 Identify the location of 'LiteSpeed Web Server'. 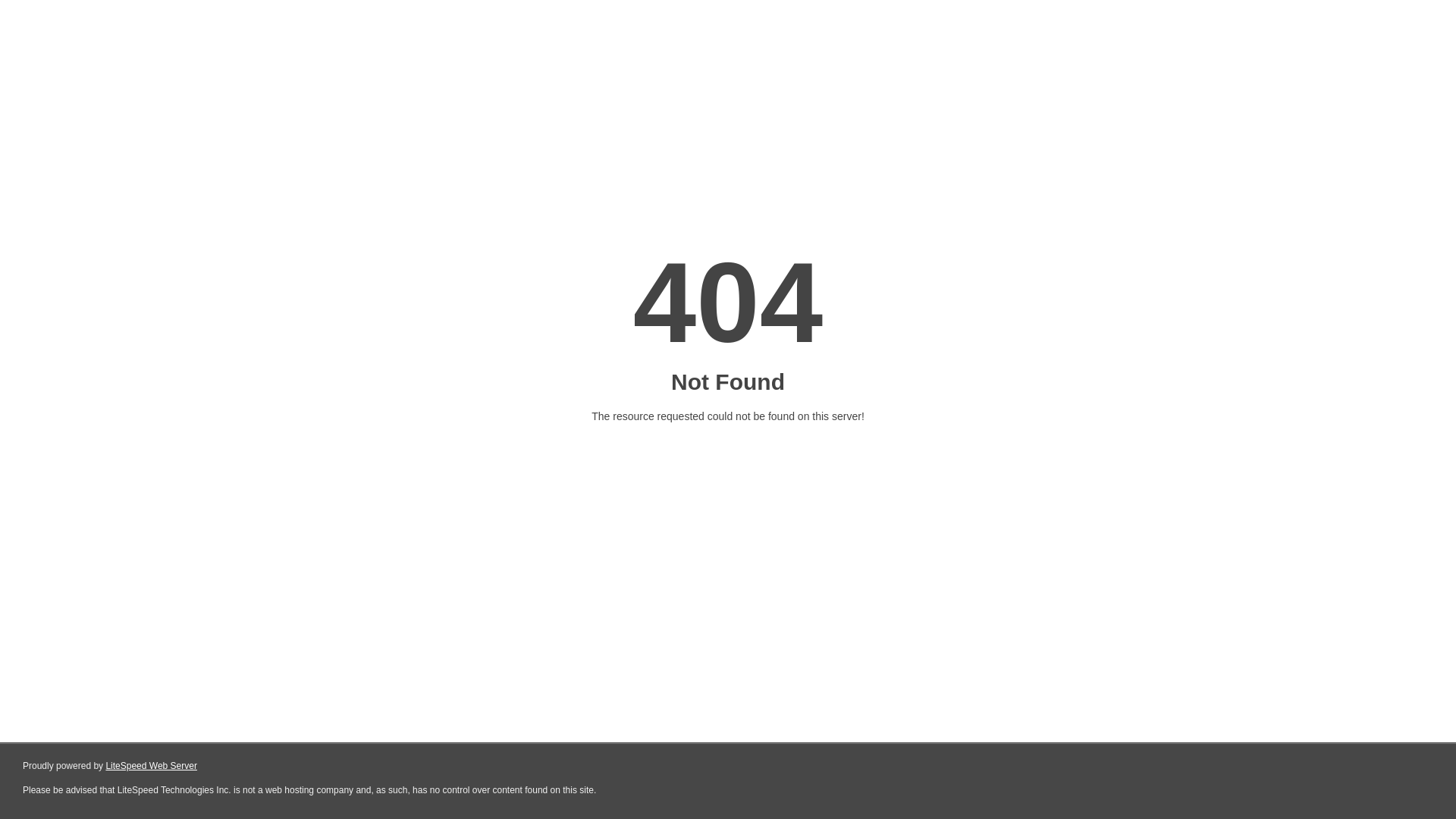
(151, 766).